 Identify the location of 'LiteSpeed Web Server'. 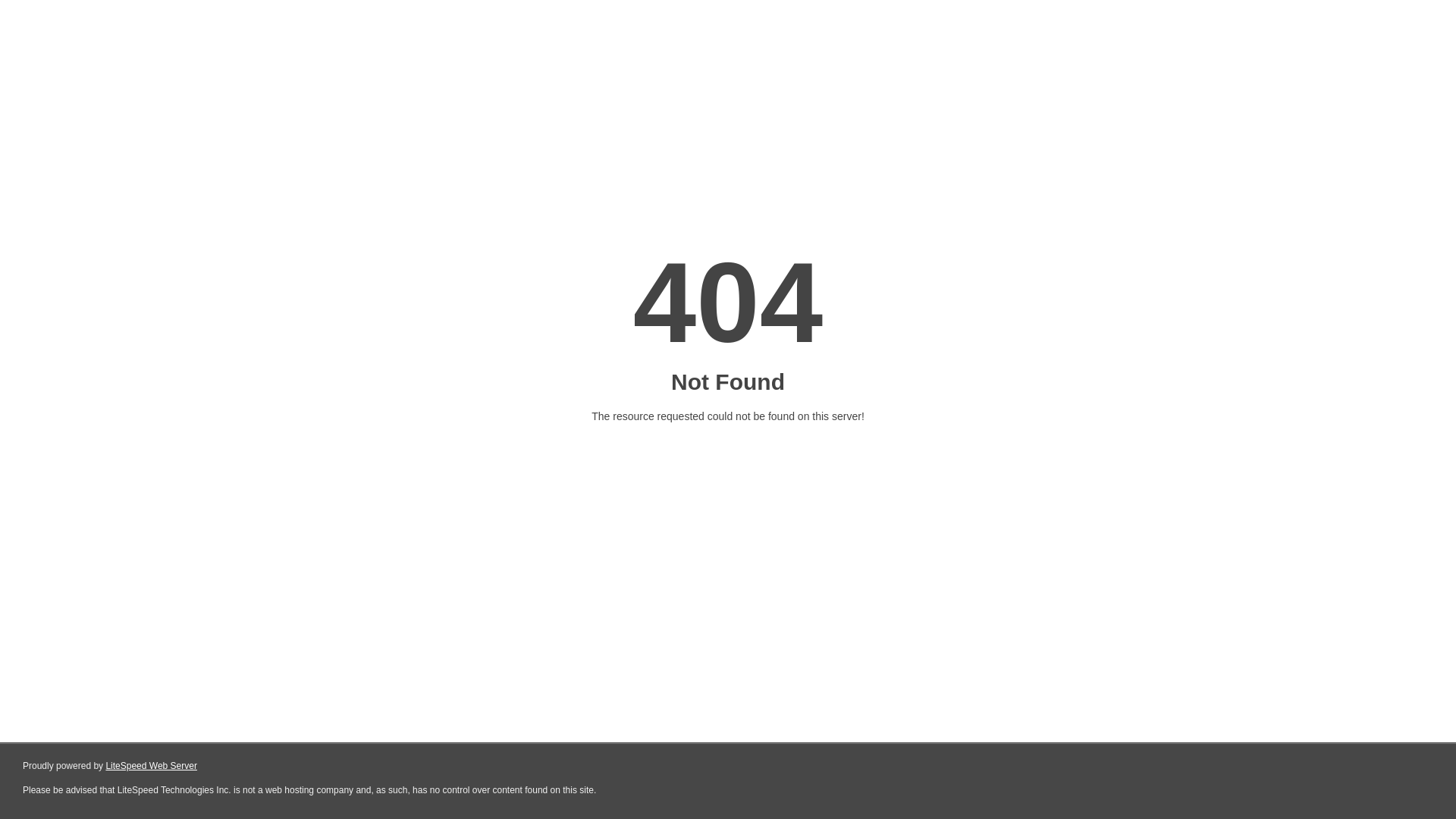
(151, 766).